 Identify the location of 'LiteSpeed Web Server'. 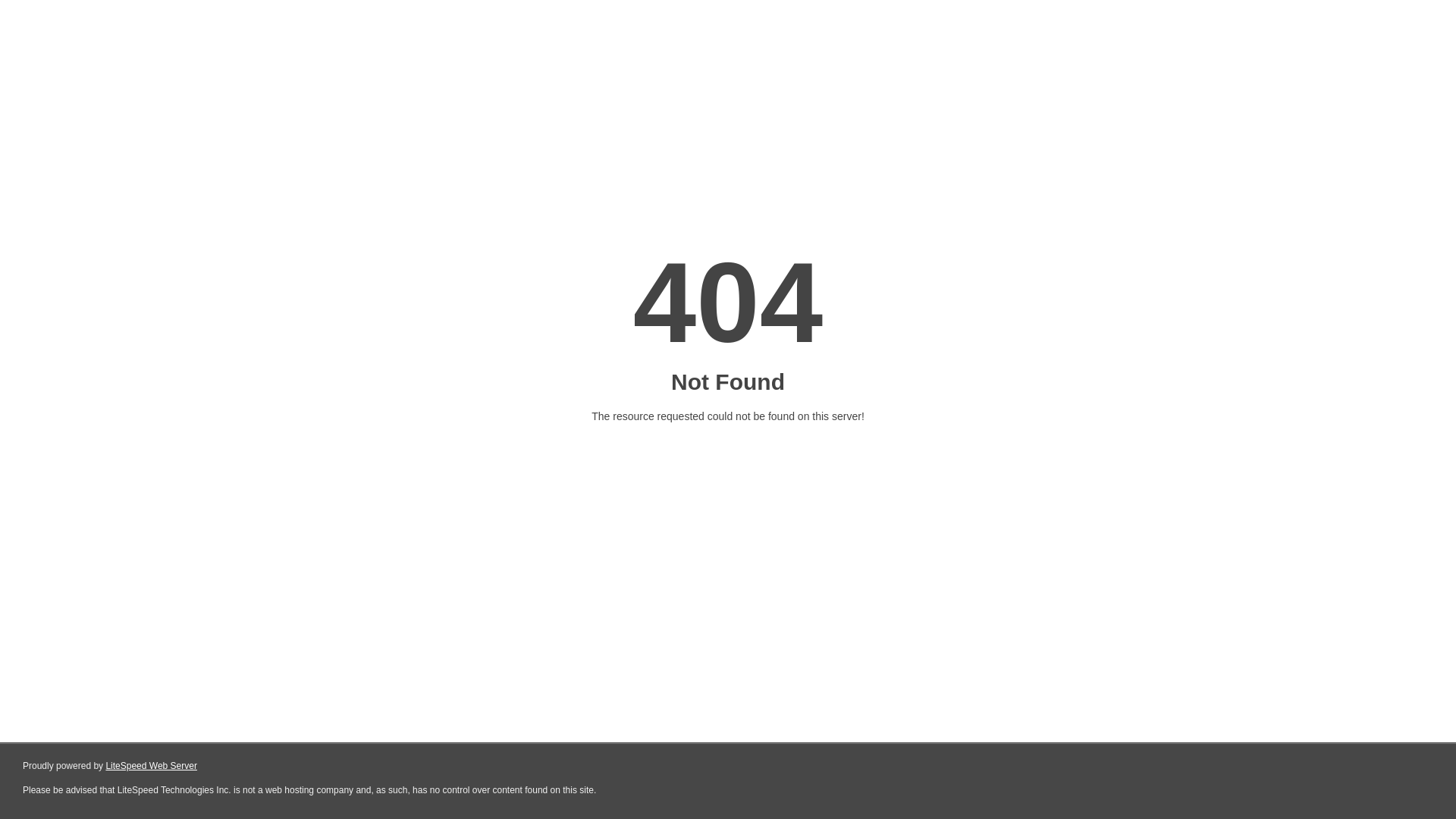
(151, 766).